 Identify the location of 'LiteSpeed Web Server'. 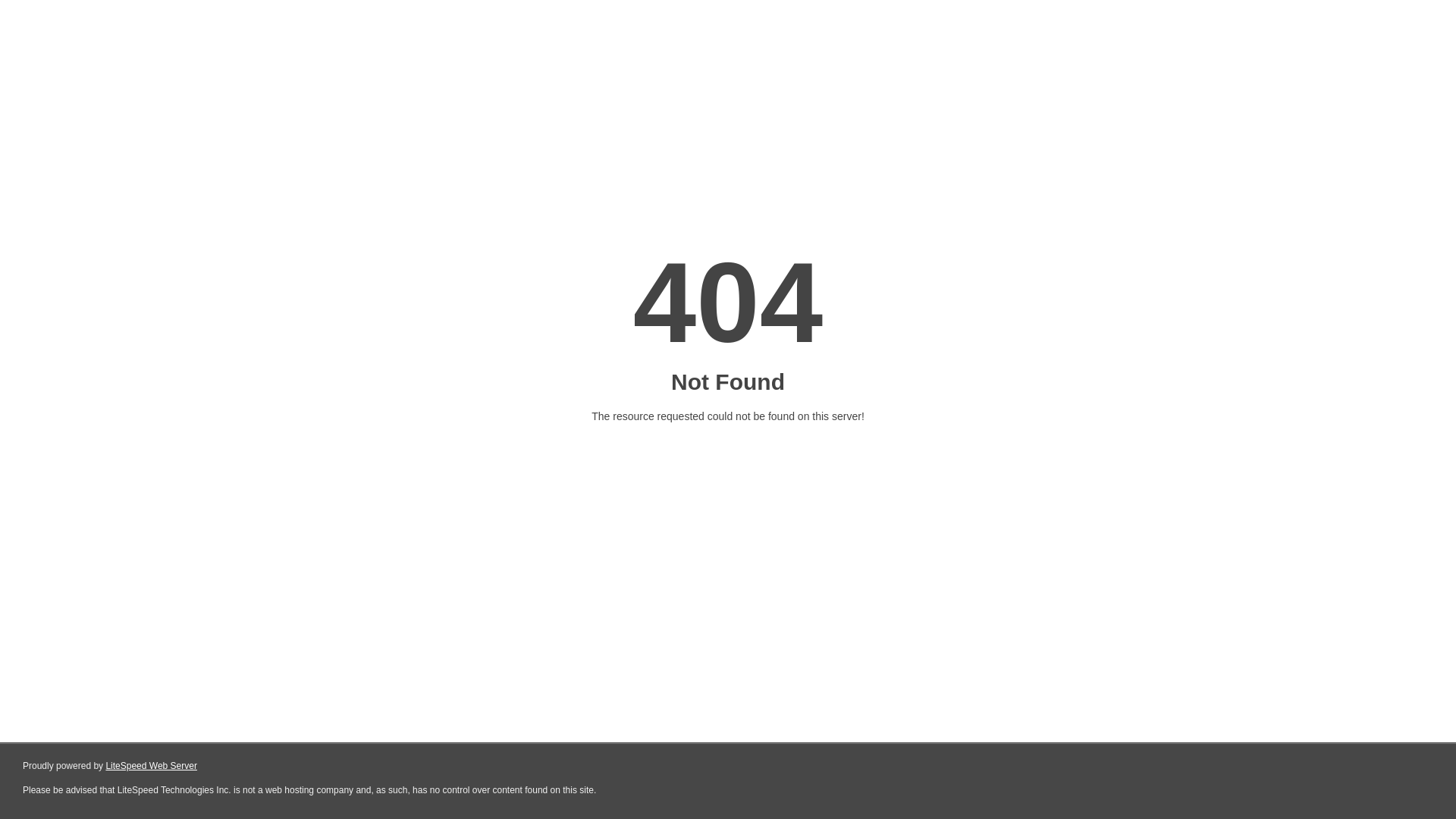
(151, 766).